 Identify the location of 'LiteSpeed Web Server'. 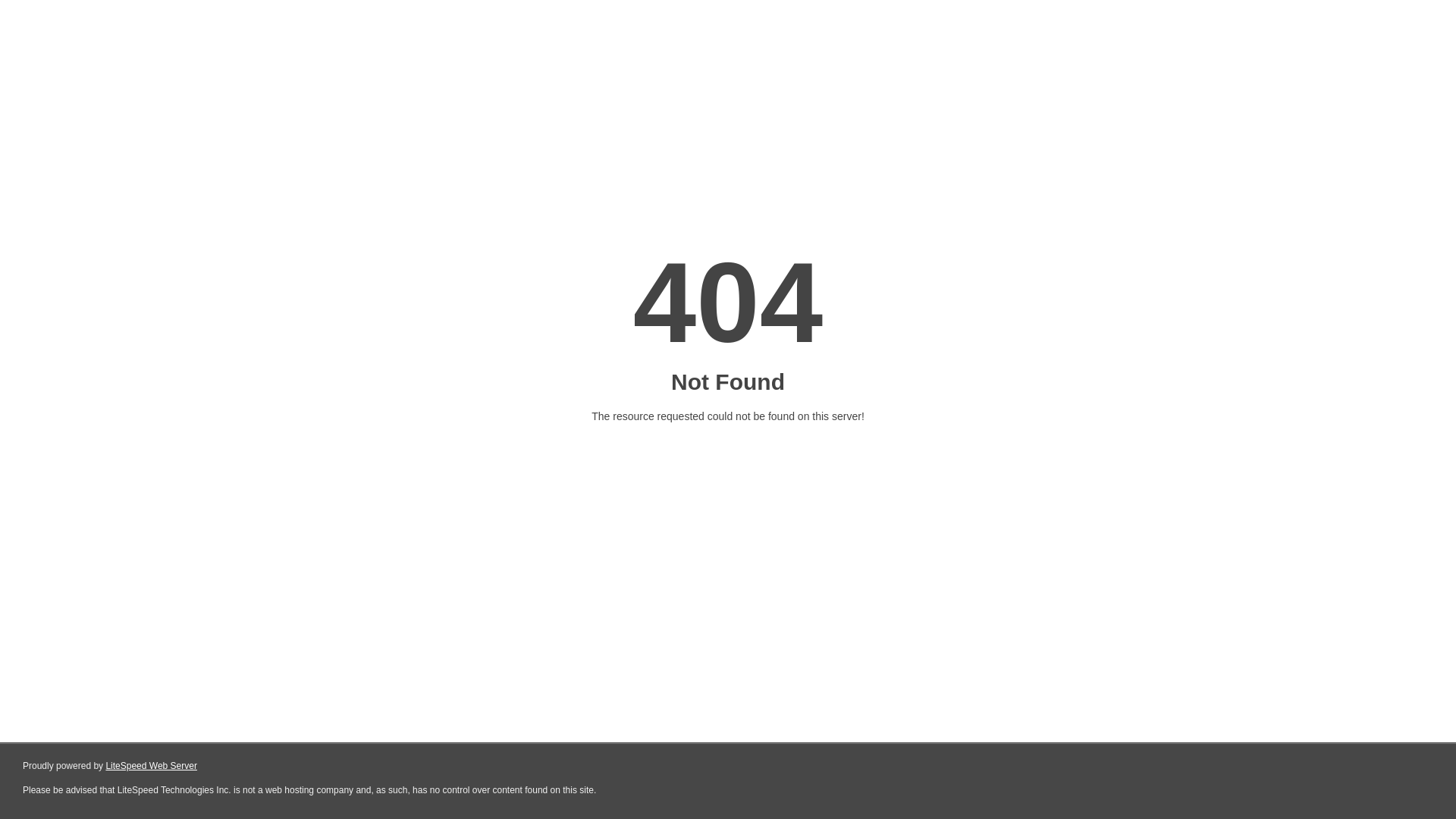
(151, 766).